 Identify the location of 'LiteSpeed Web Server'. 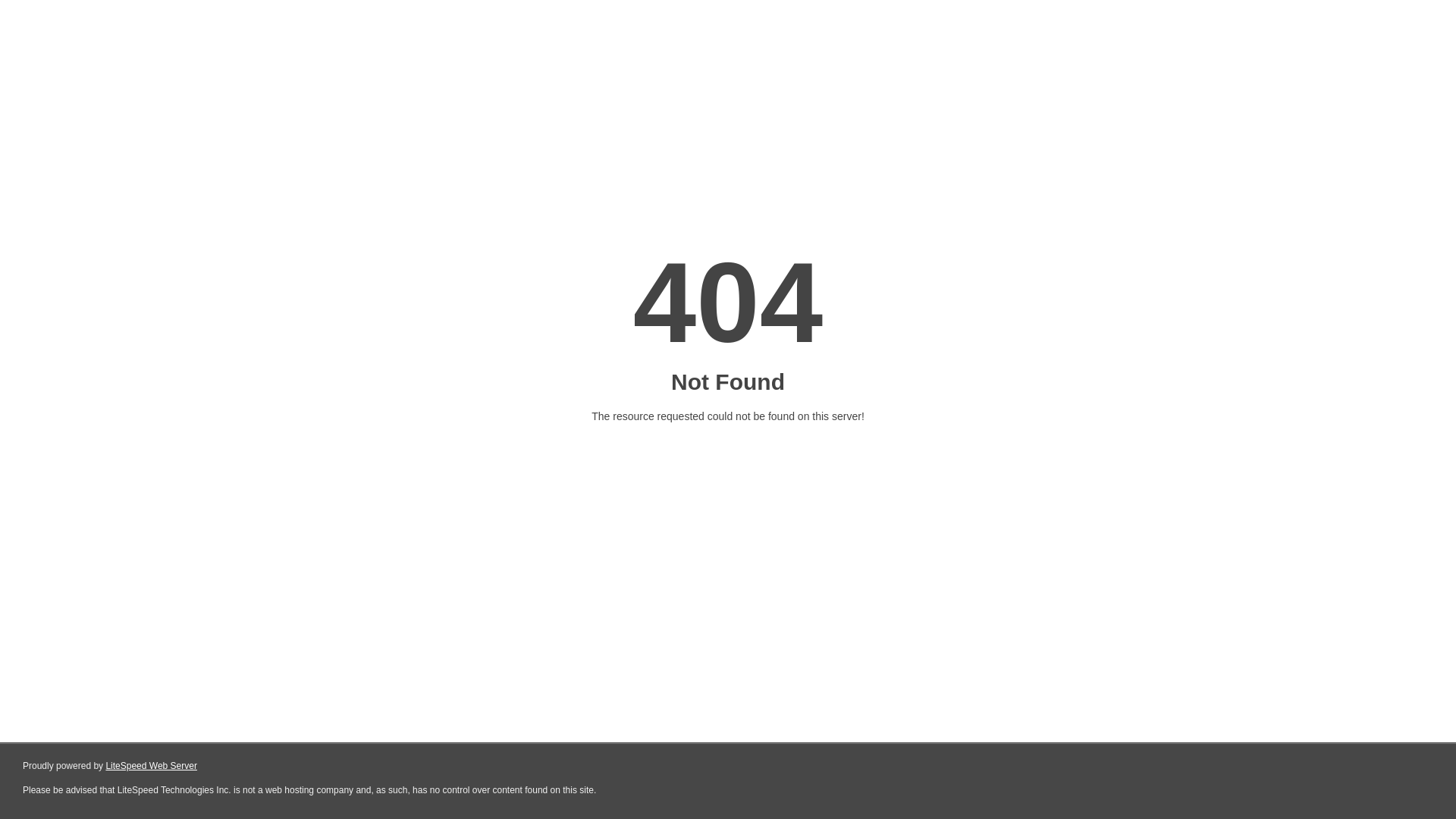
(151, 766).